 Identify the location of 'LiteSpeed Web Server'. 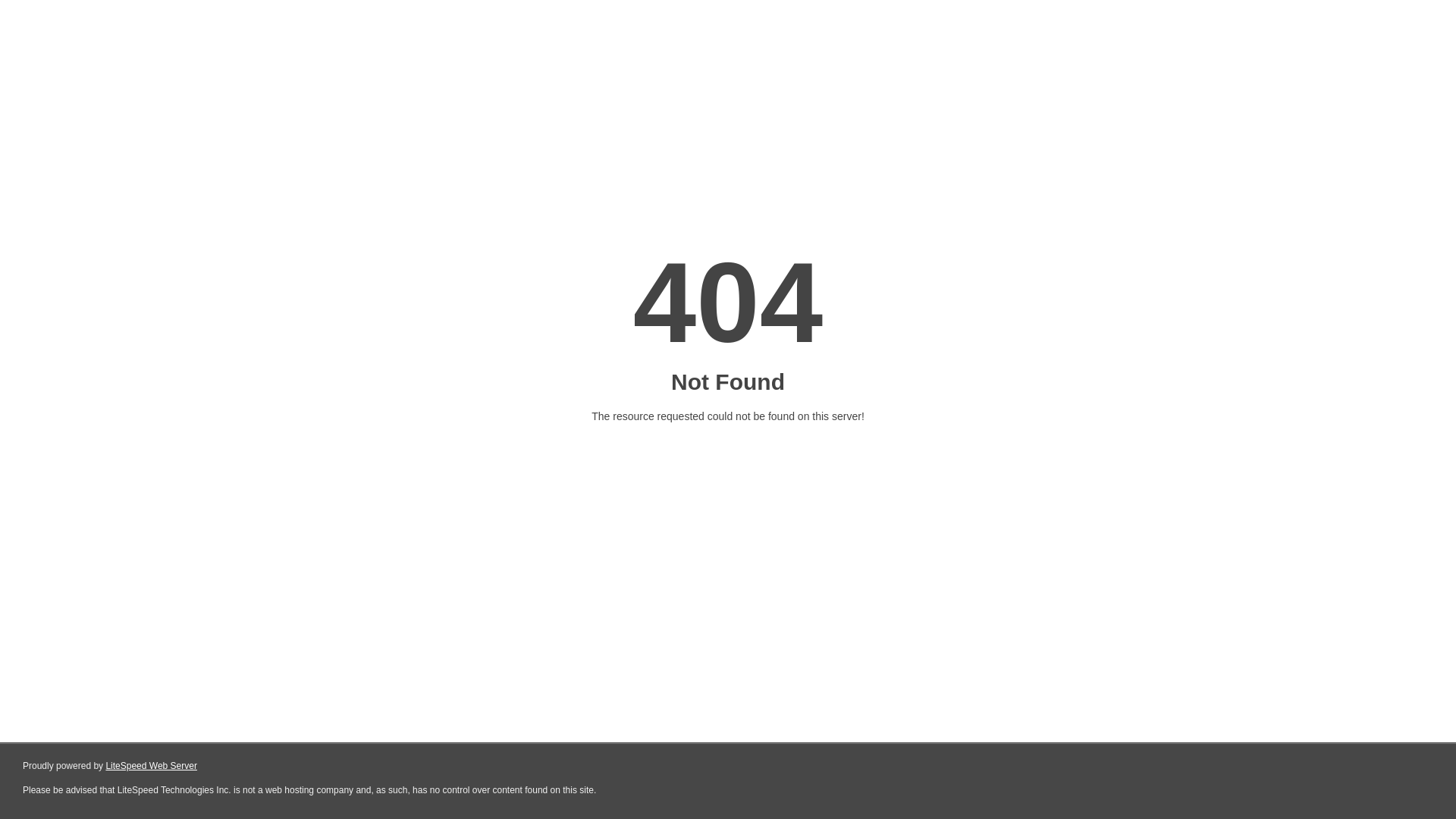
(151, 766).